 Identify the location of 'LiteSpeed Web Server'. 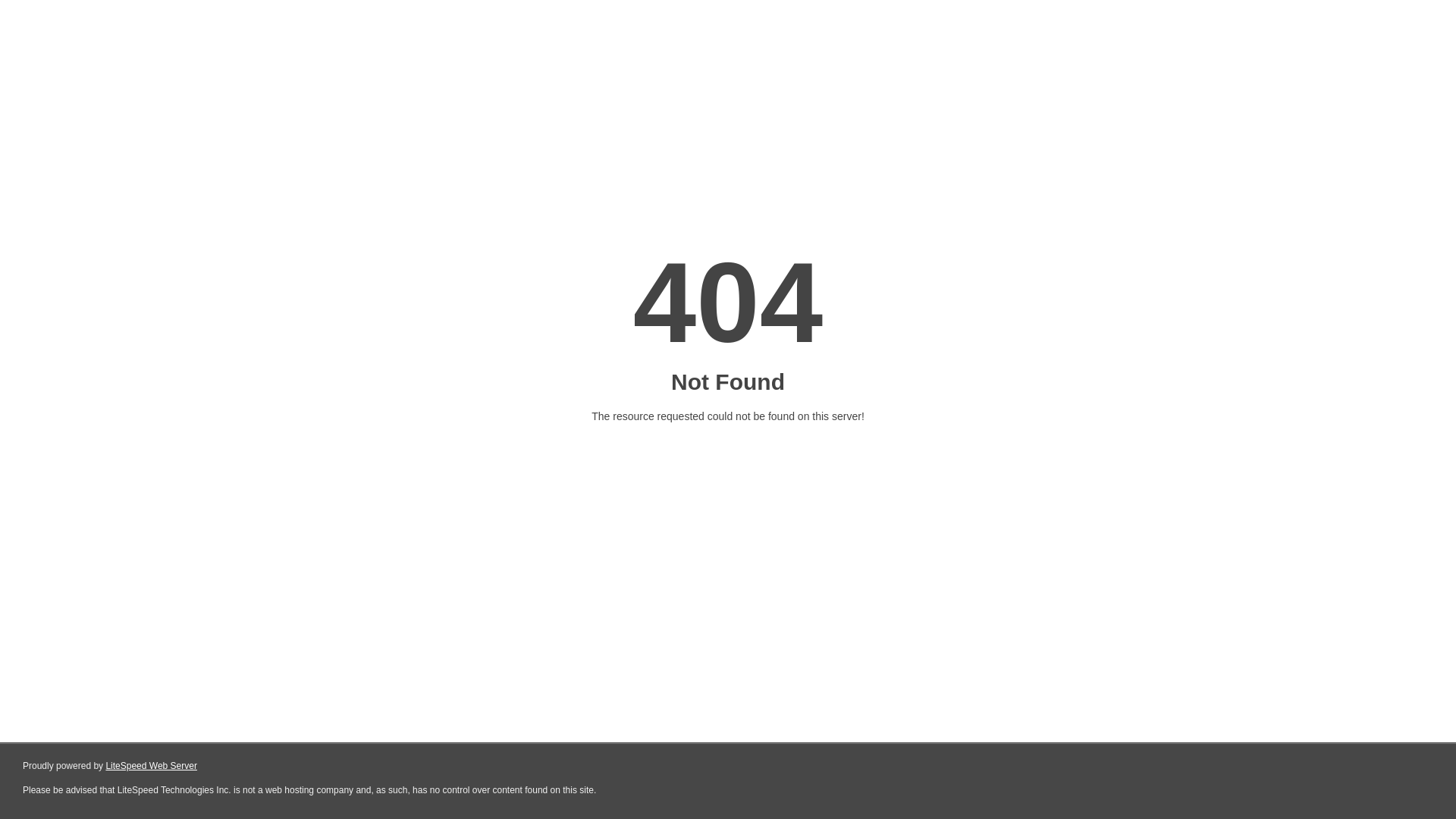
(151, 766).